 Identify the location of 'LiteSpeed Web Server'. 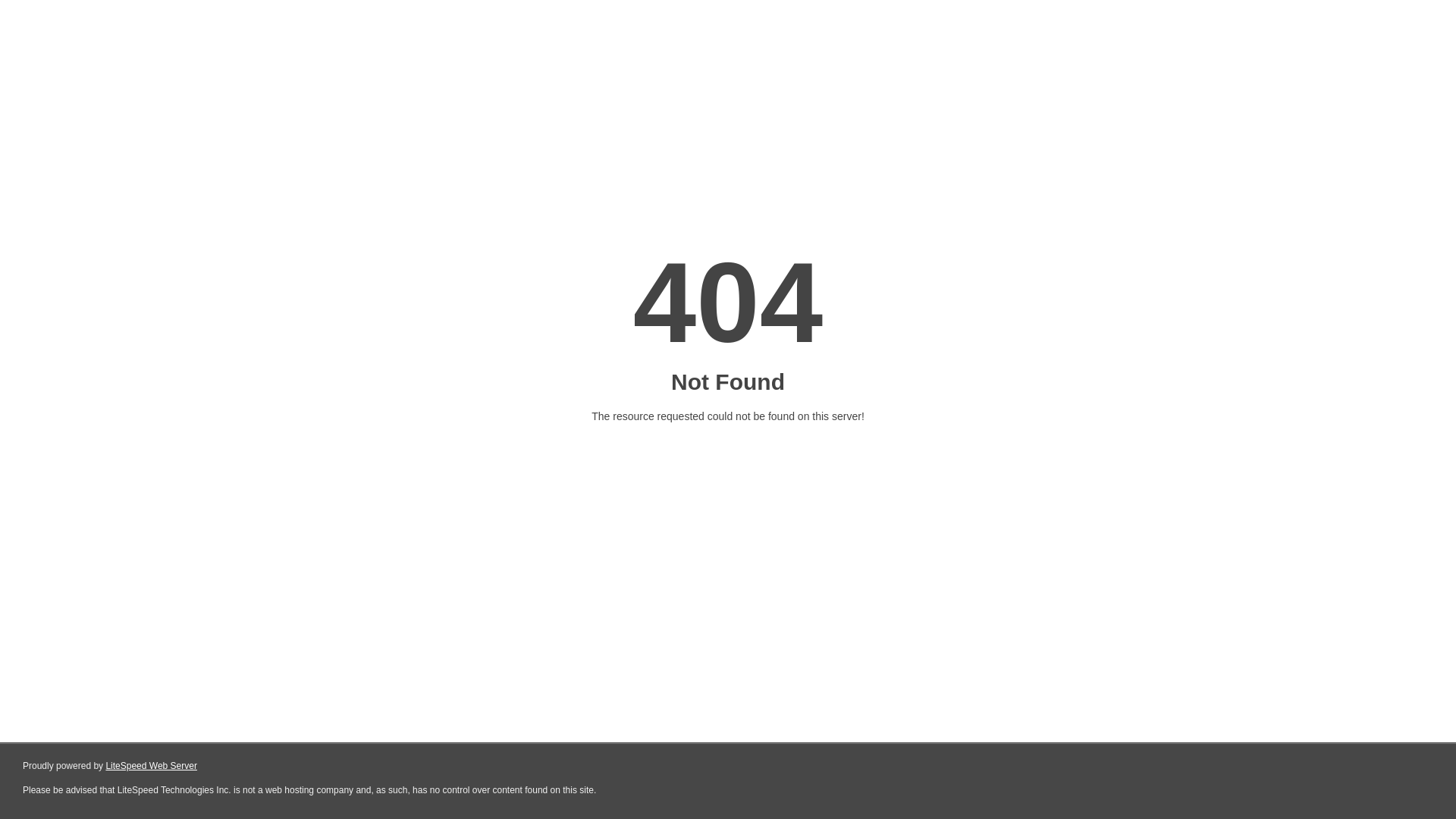
(151, 766).